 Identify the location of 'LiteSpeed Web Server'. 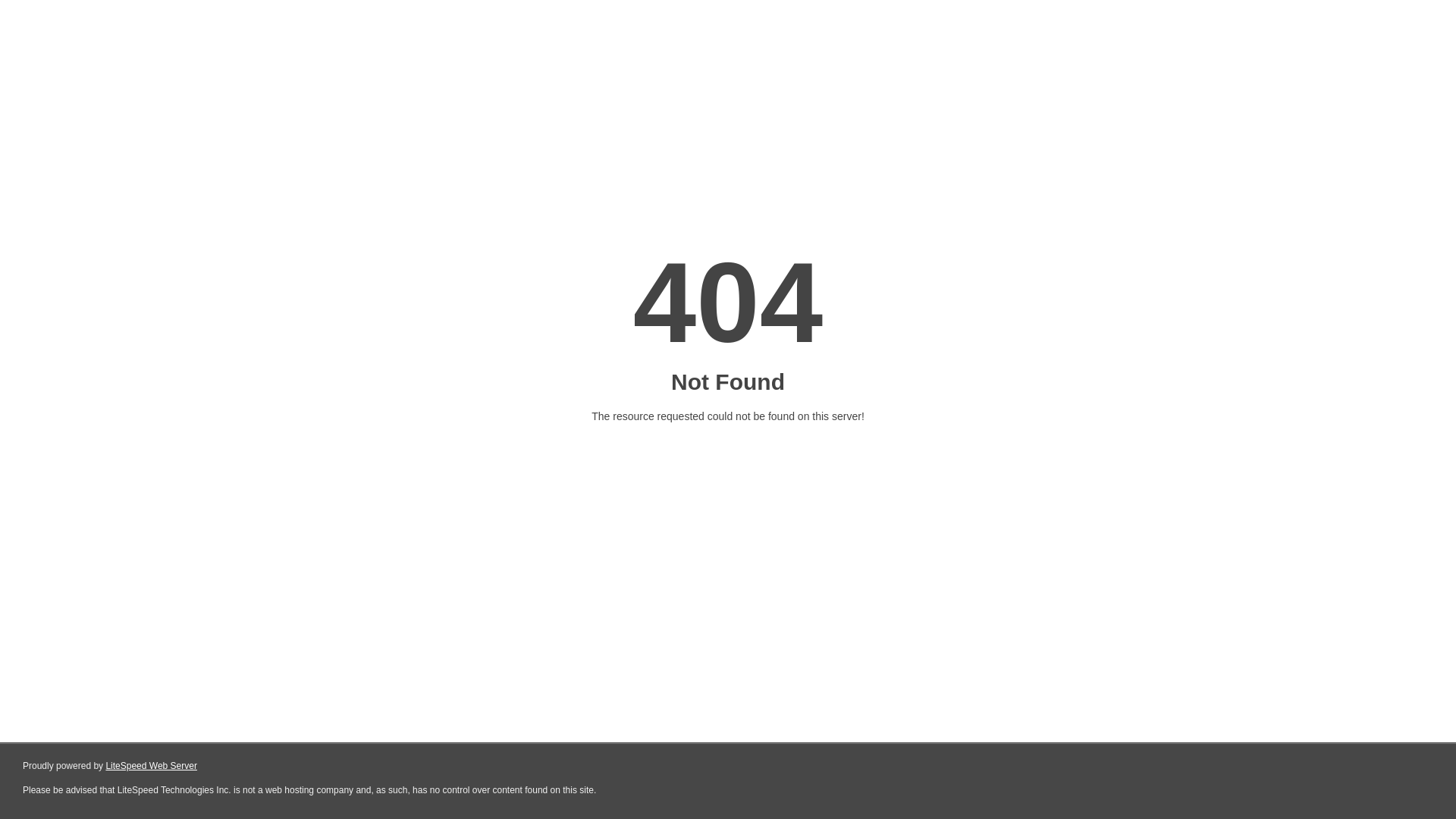
(151, 766).